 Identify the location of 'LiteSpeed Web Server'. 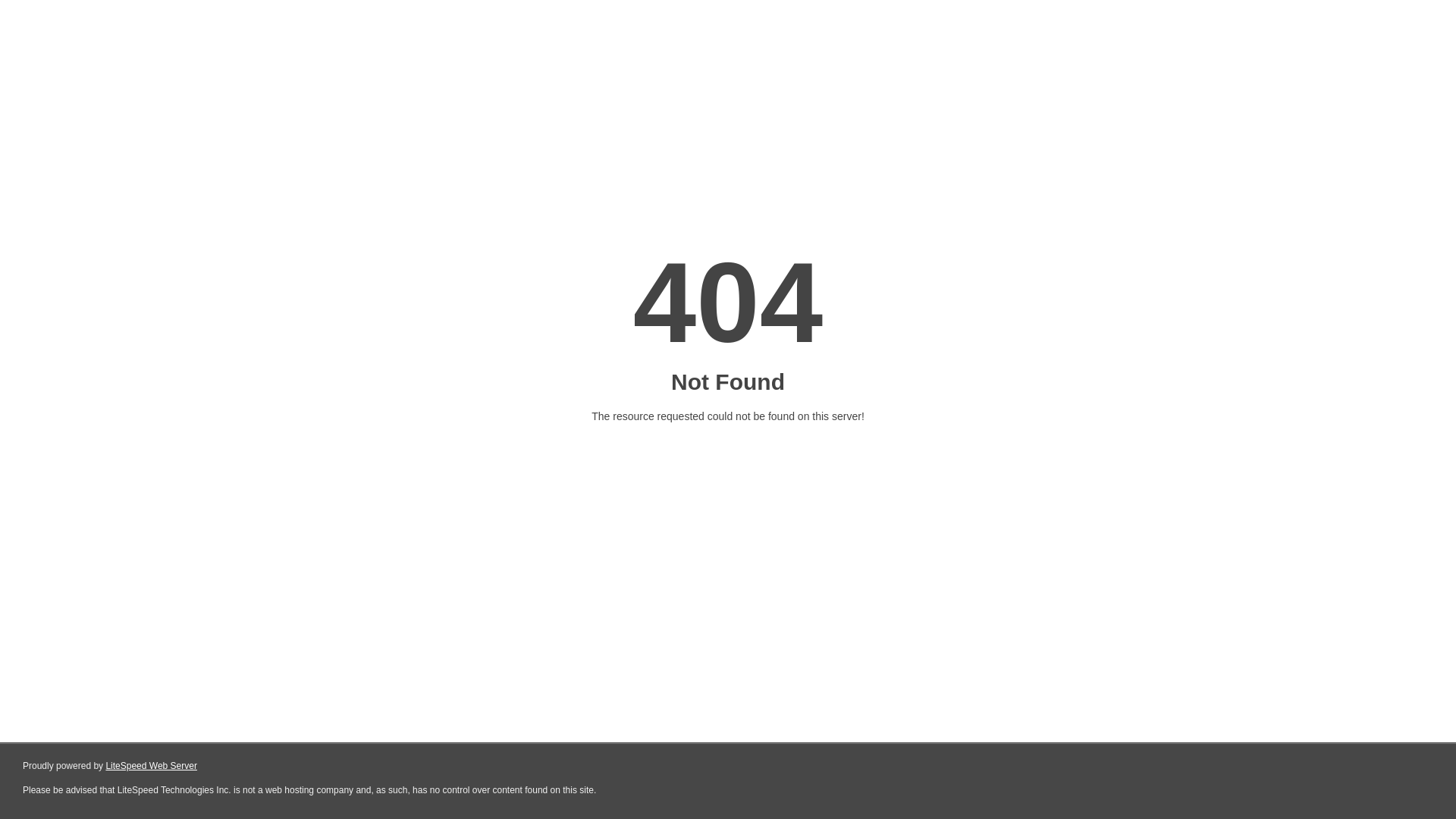
(151, 766).